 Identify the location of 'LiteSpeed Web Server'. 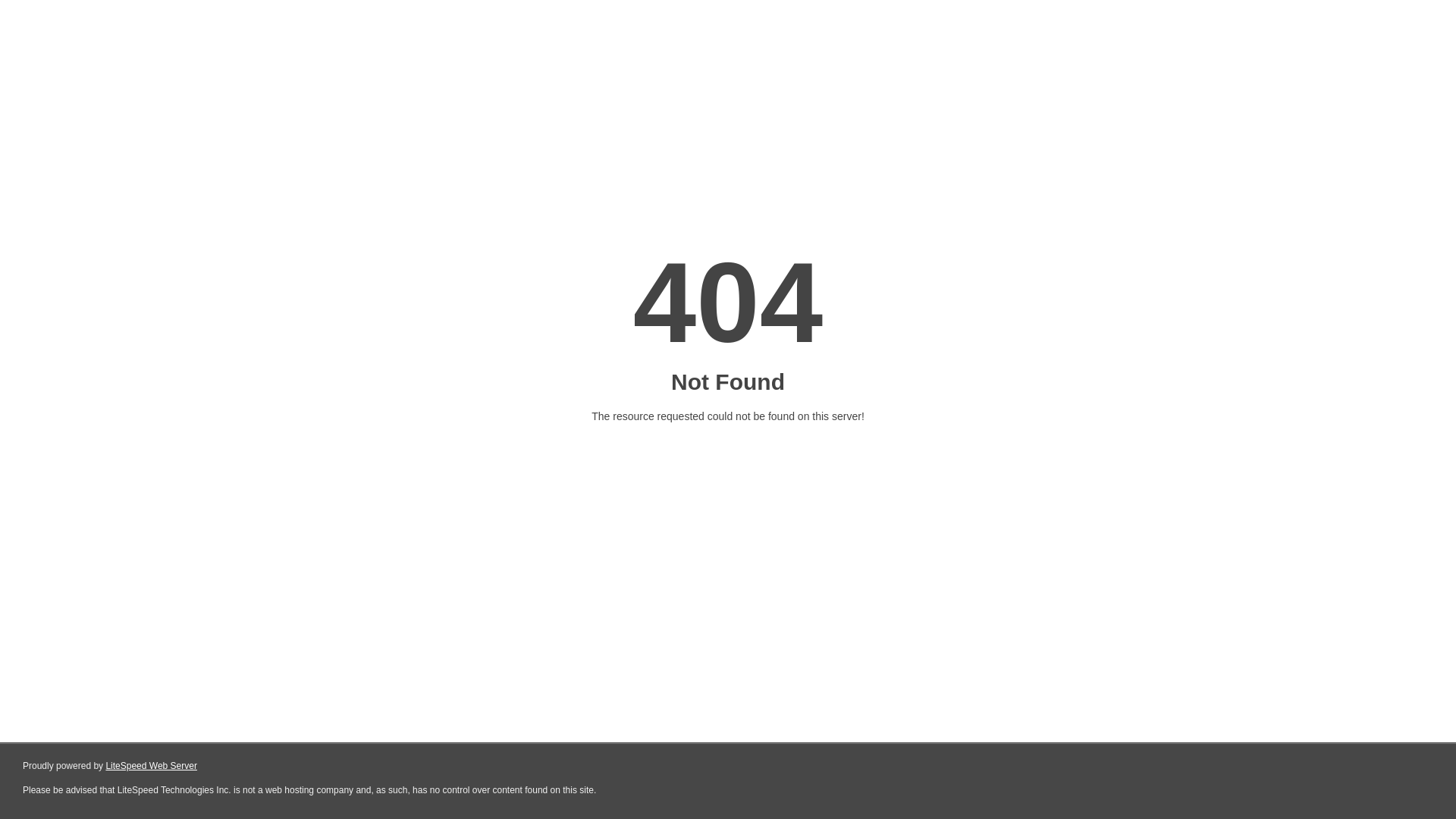
(151, 766).